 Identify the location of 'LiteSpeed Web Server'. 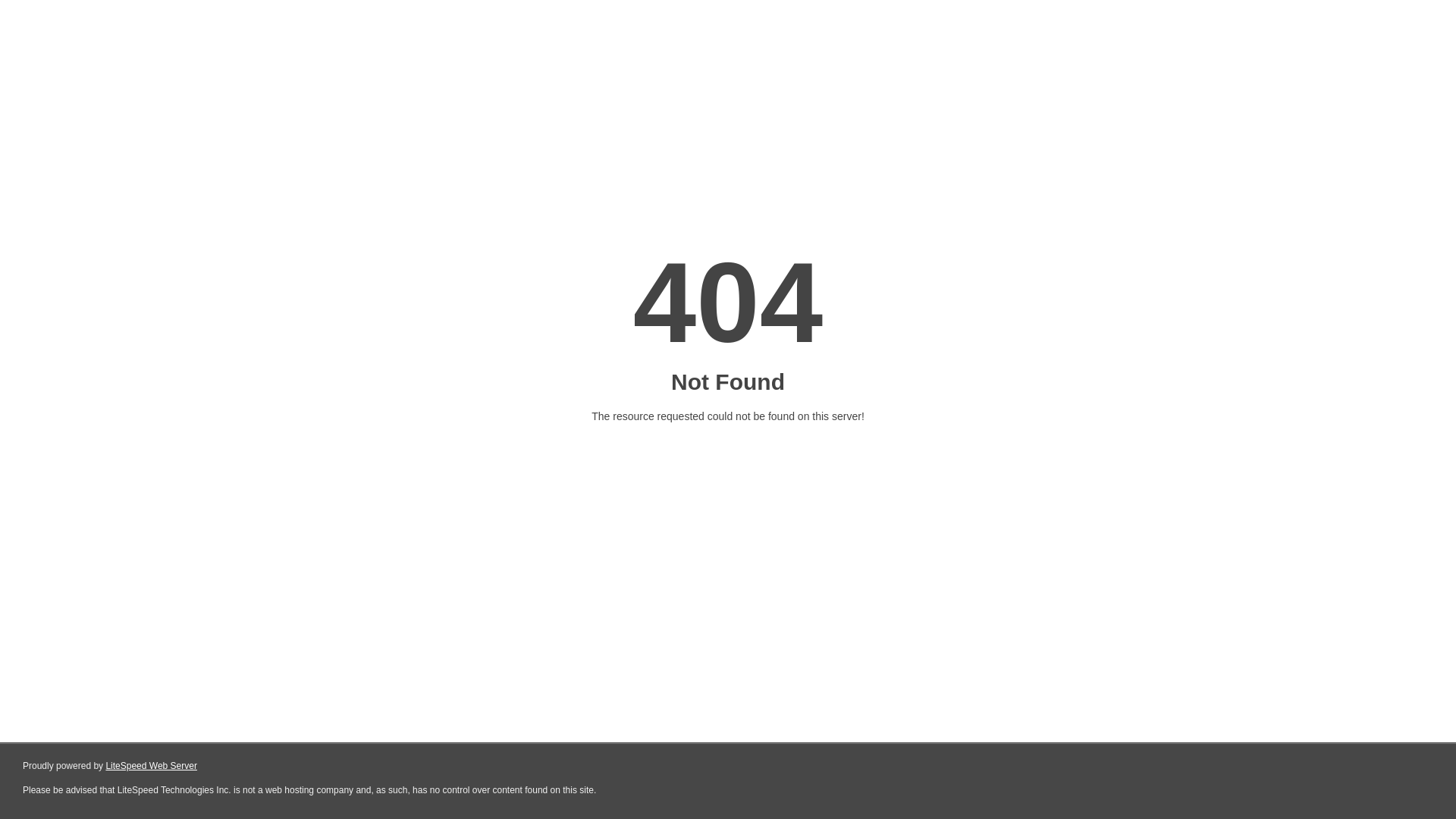
(151, 766).